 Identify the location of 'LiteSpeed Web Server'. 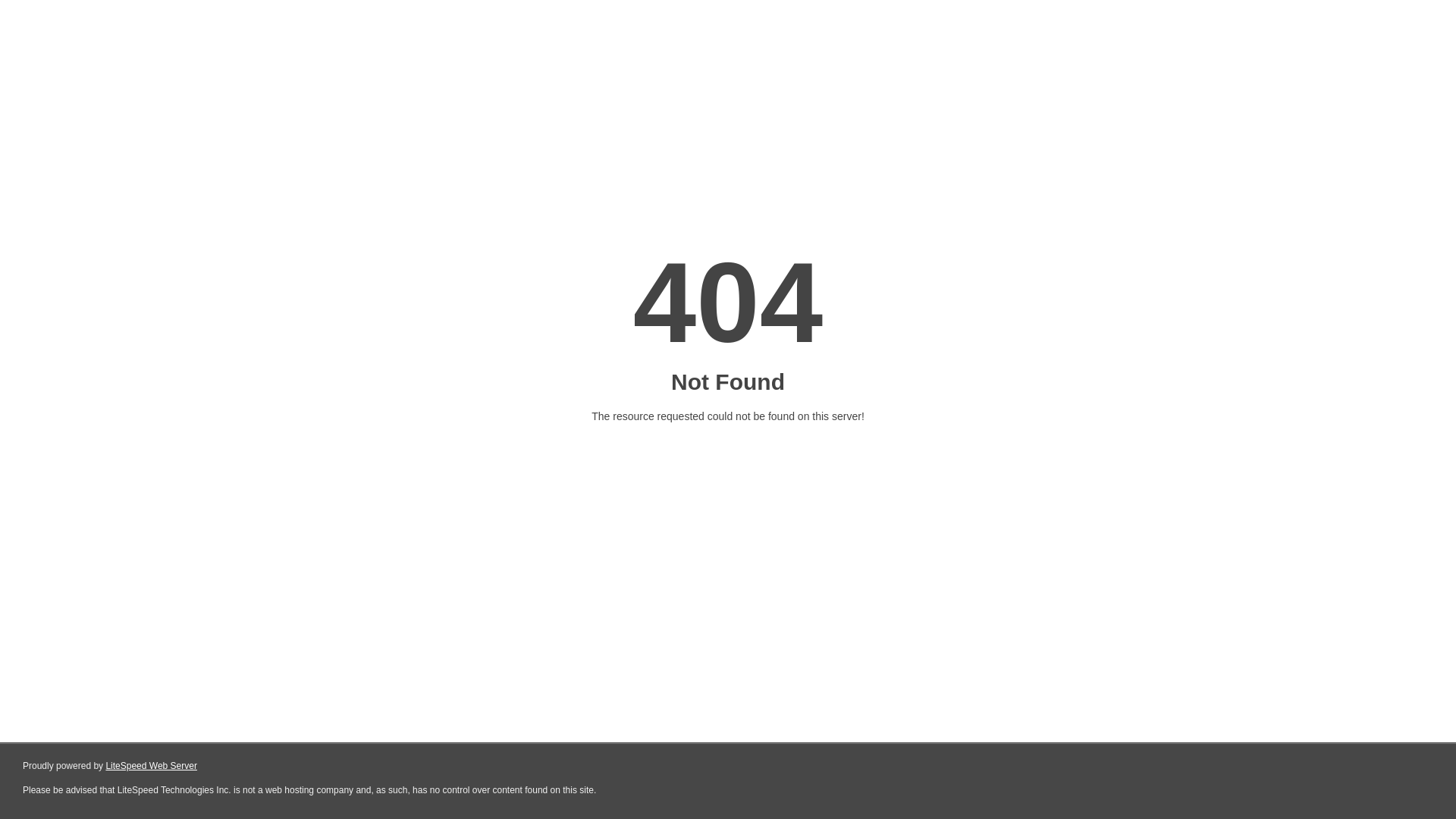
(151, 766).